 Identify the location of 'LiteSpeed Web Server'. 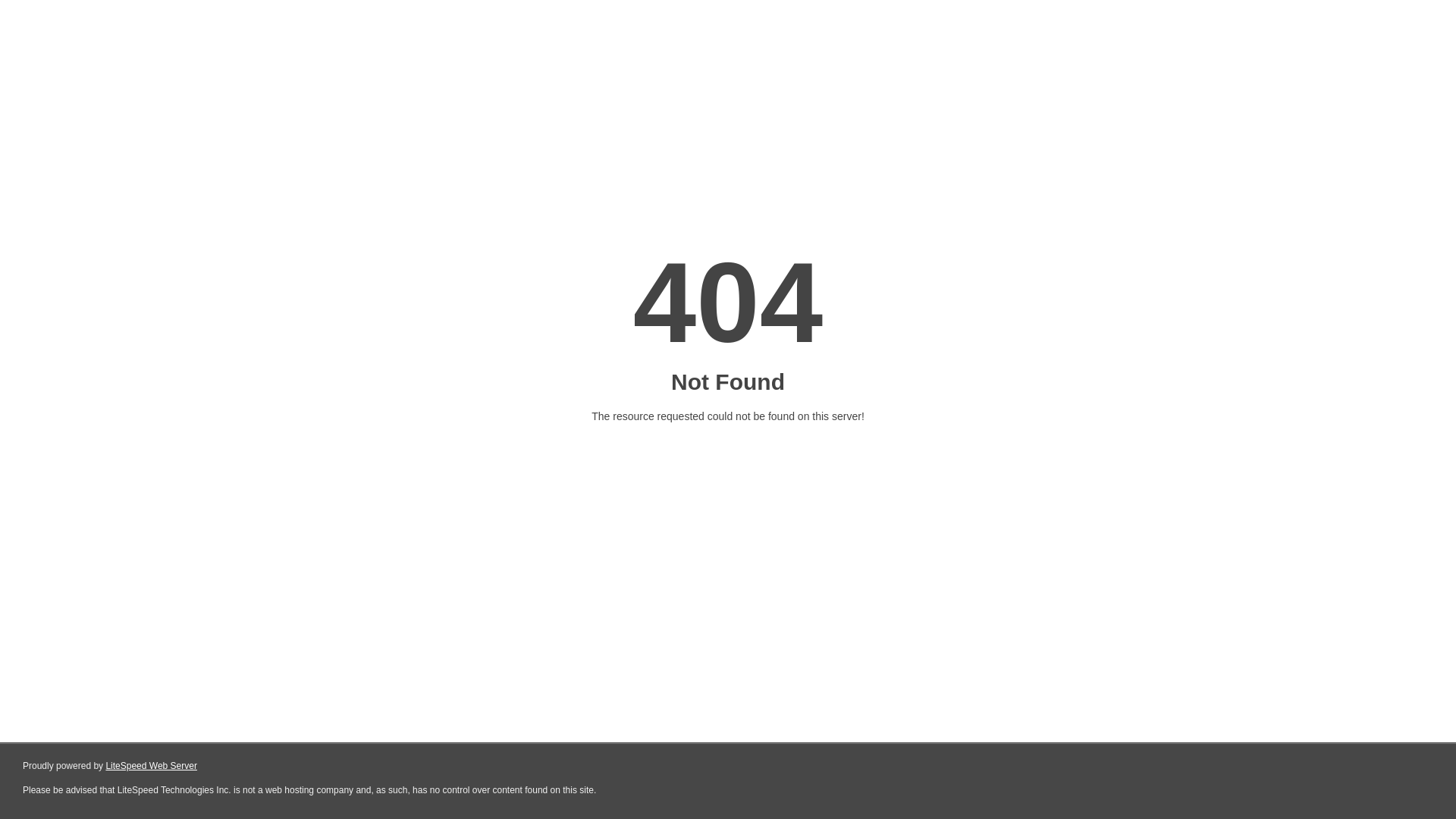
(151, 766).